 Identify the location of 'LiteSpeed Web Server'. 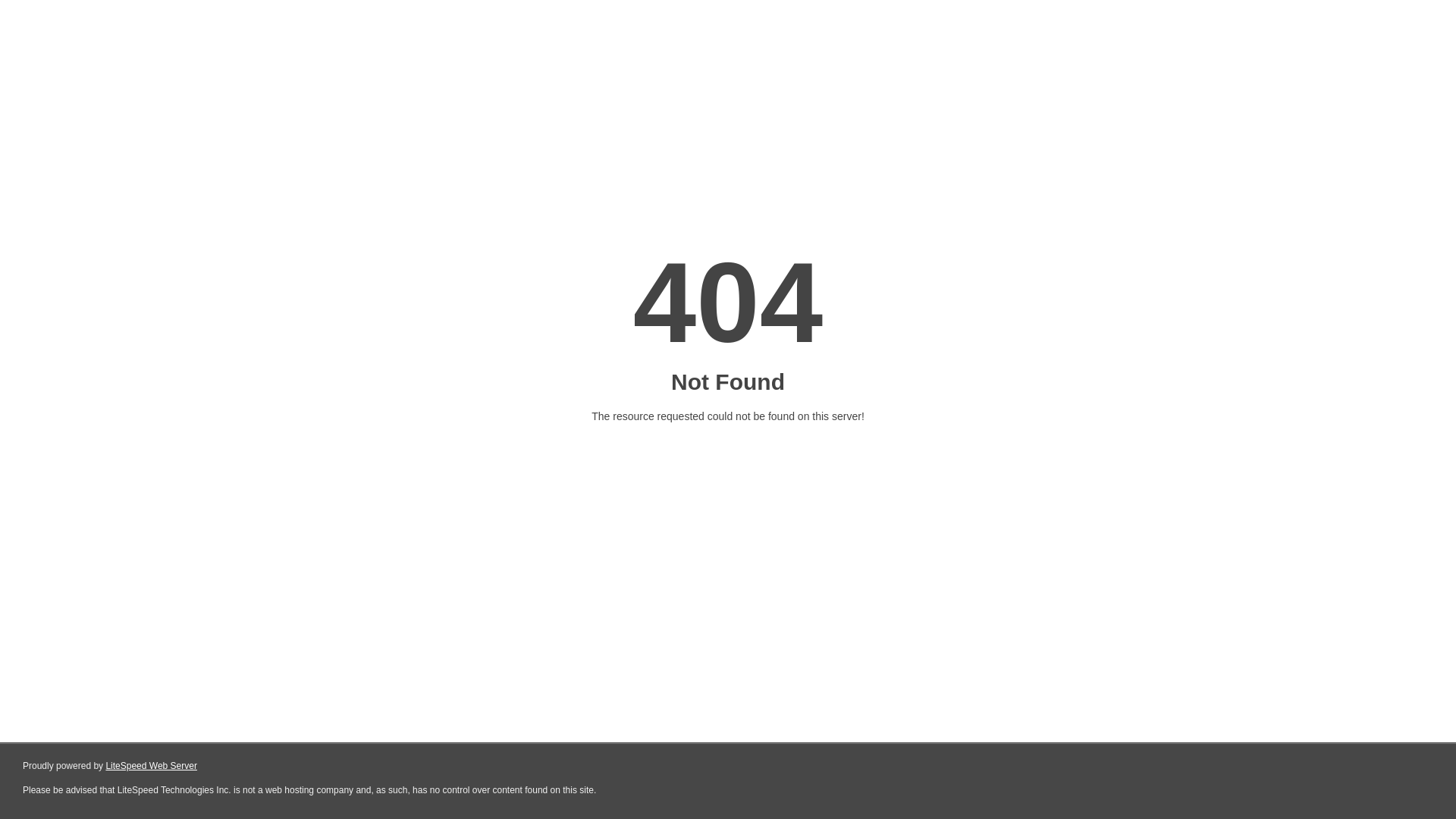
(151, 766).